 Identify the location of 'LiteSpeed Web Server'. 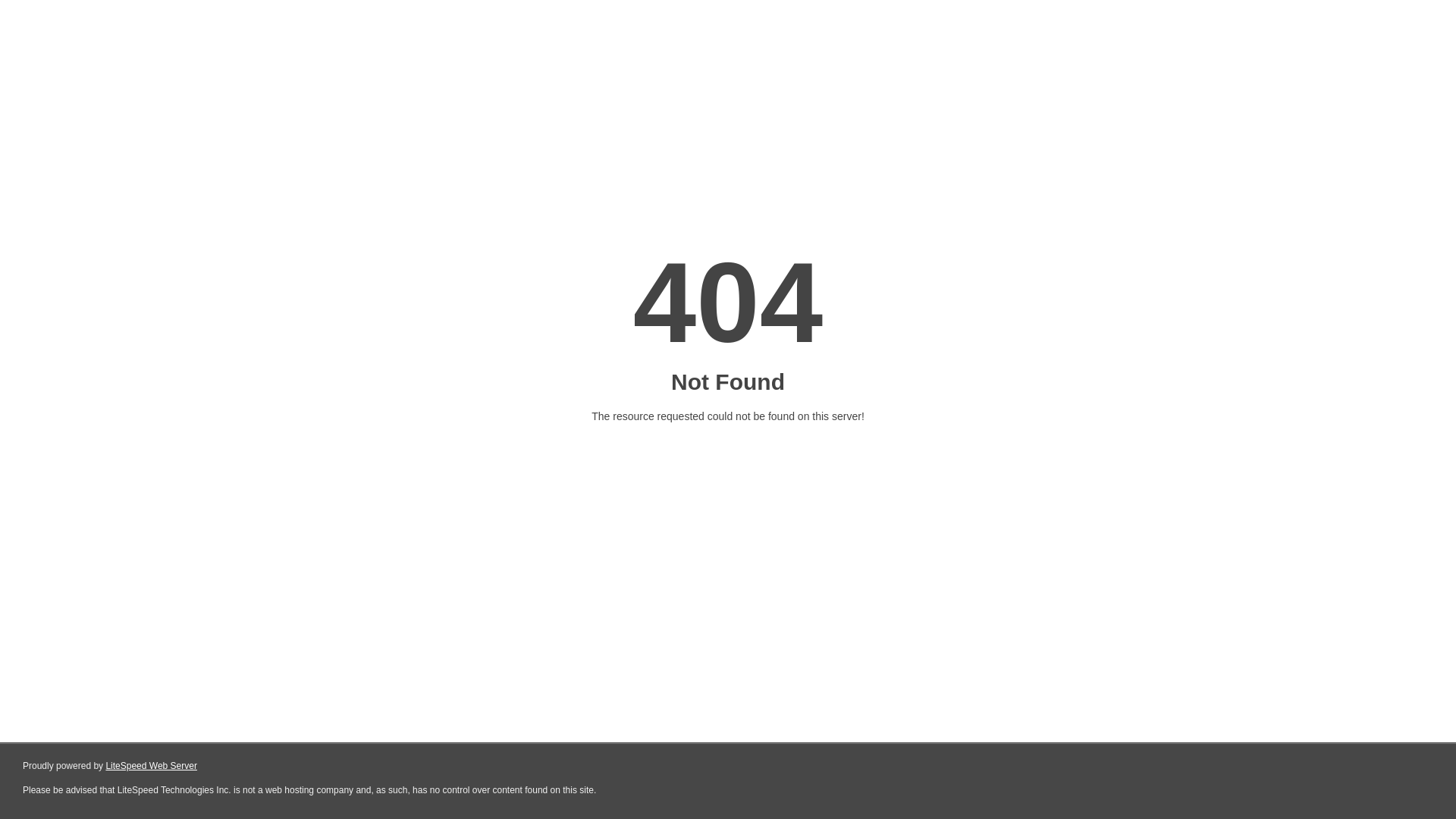
(151, 766).